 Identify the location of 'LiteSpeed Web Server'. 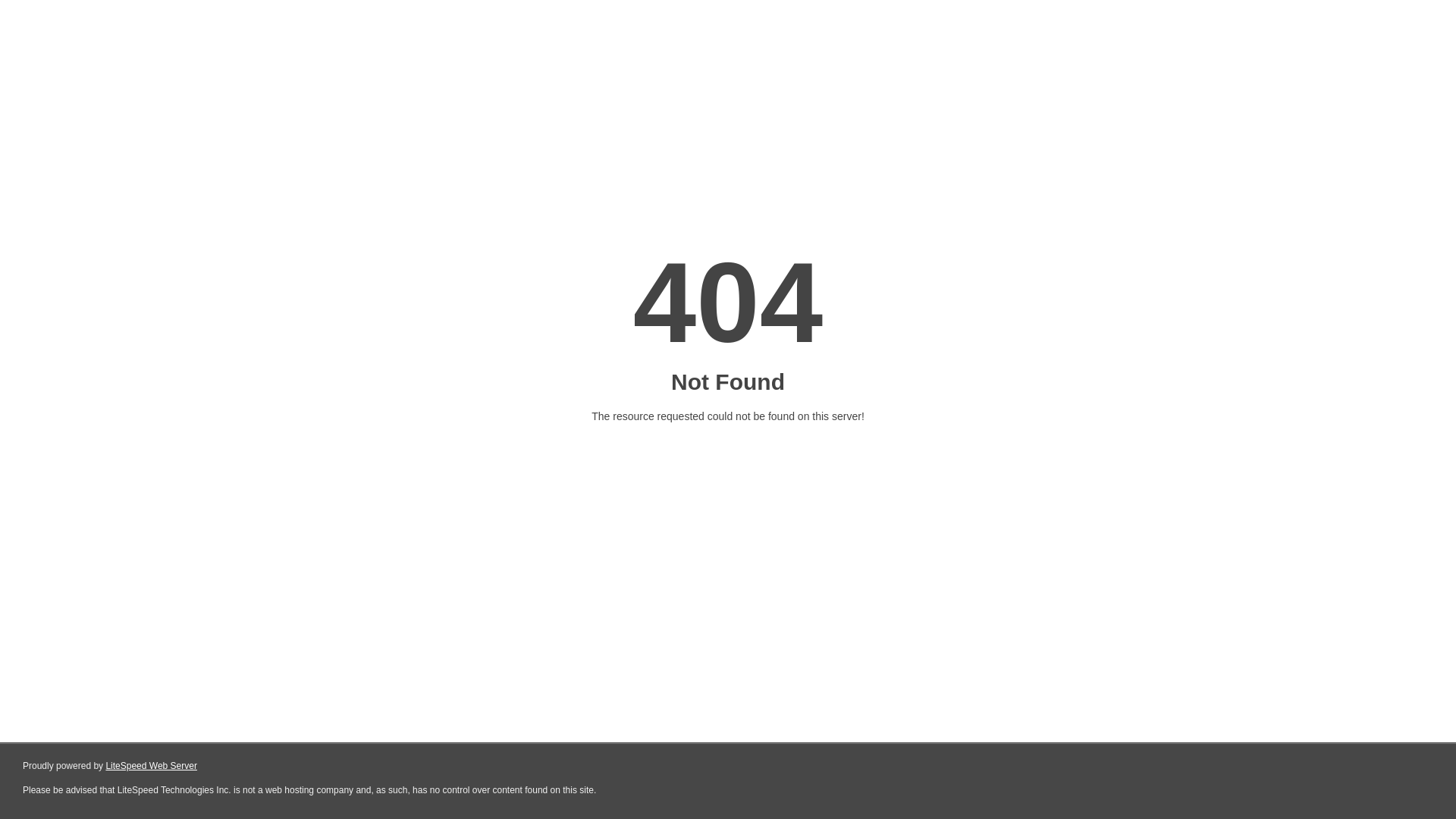
(151, 766).